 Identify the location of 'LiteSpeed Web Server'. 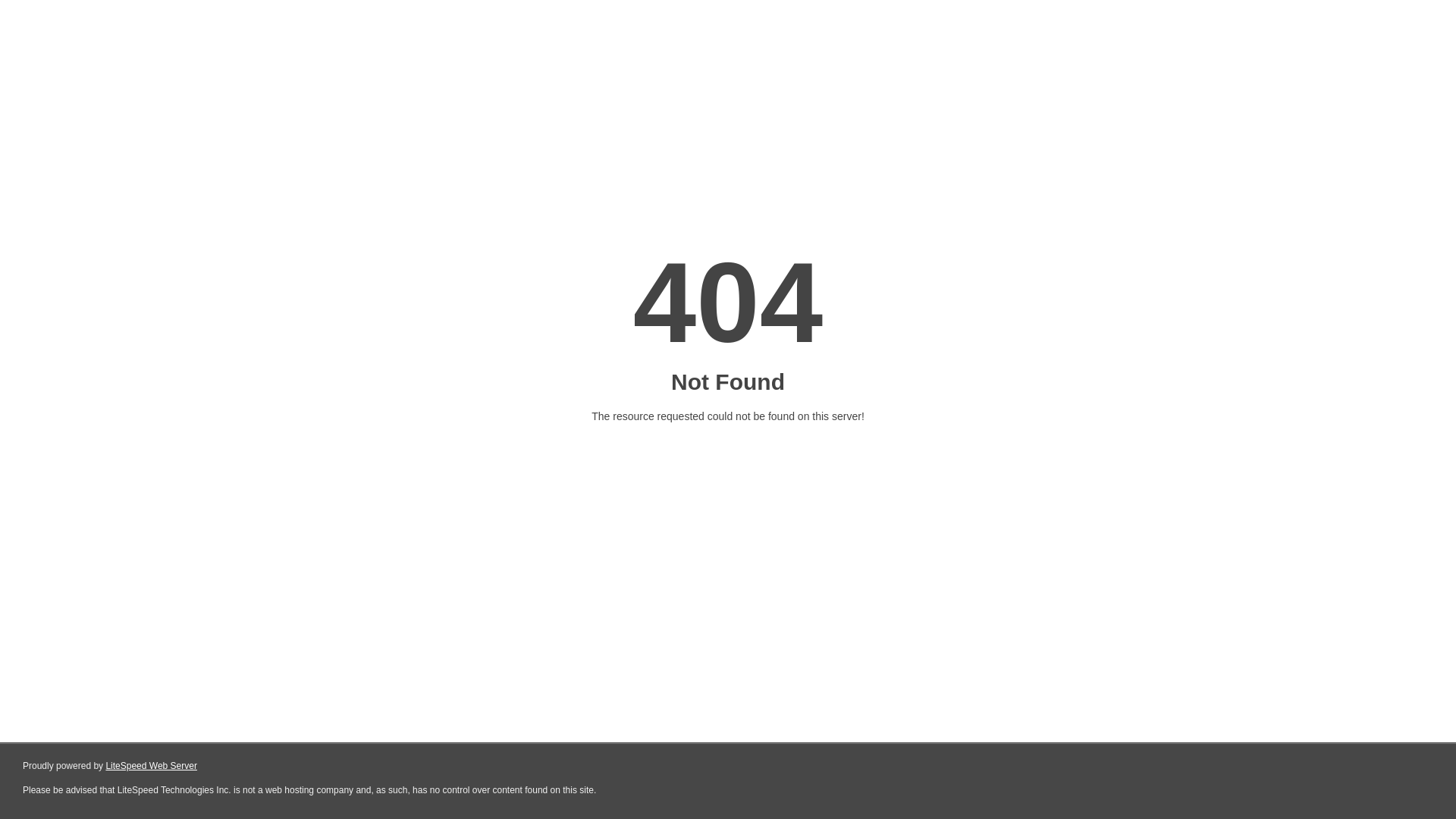
(151, 766).